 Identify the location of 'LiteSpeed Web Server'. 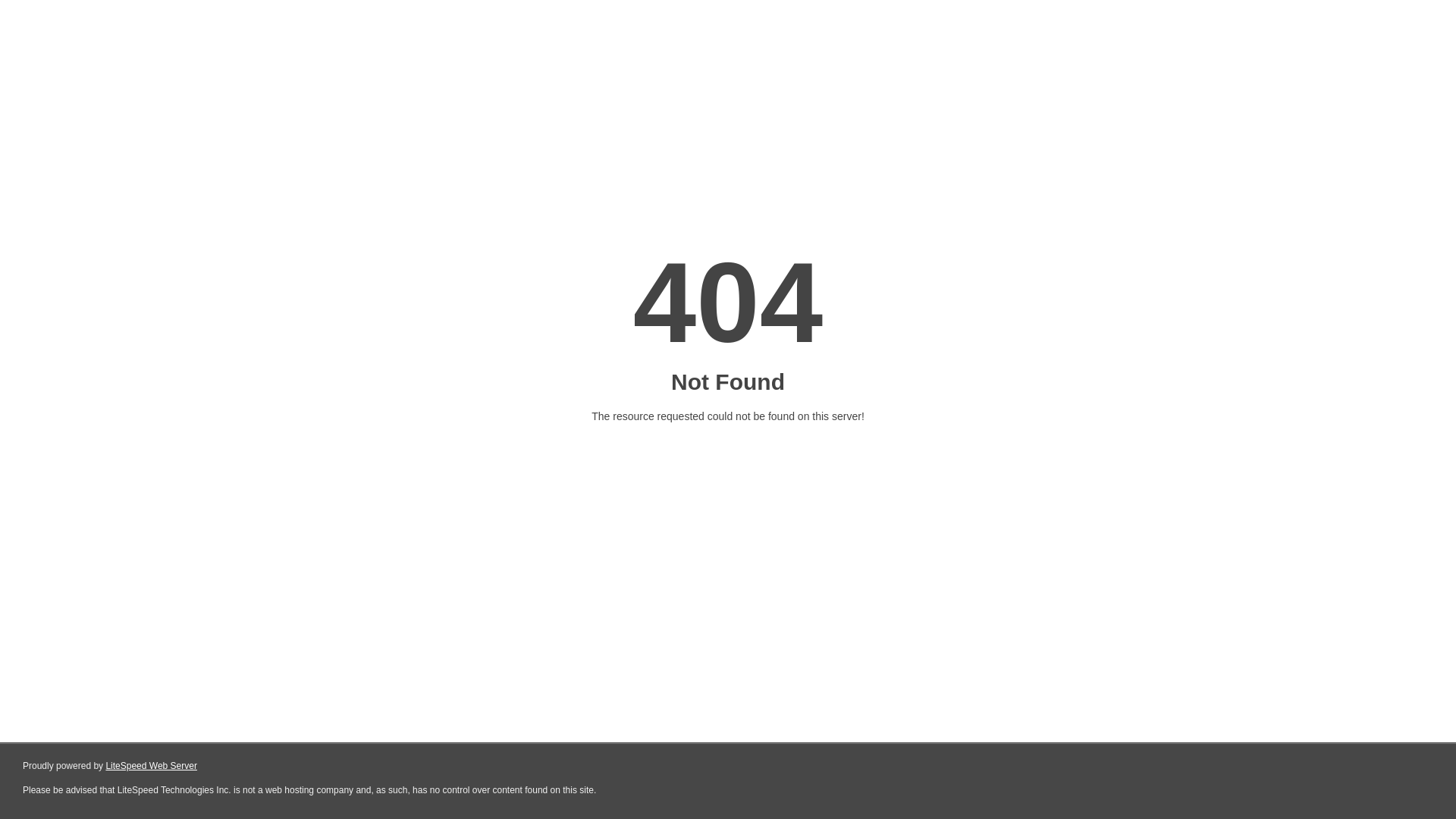
(151, 766).